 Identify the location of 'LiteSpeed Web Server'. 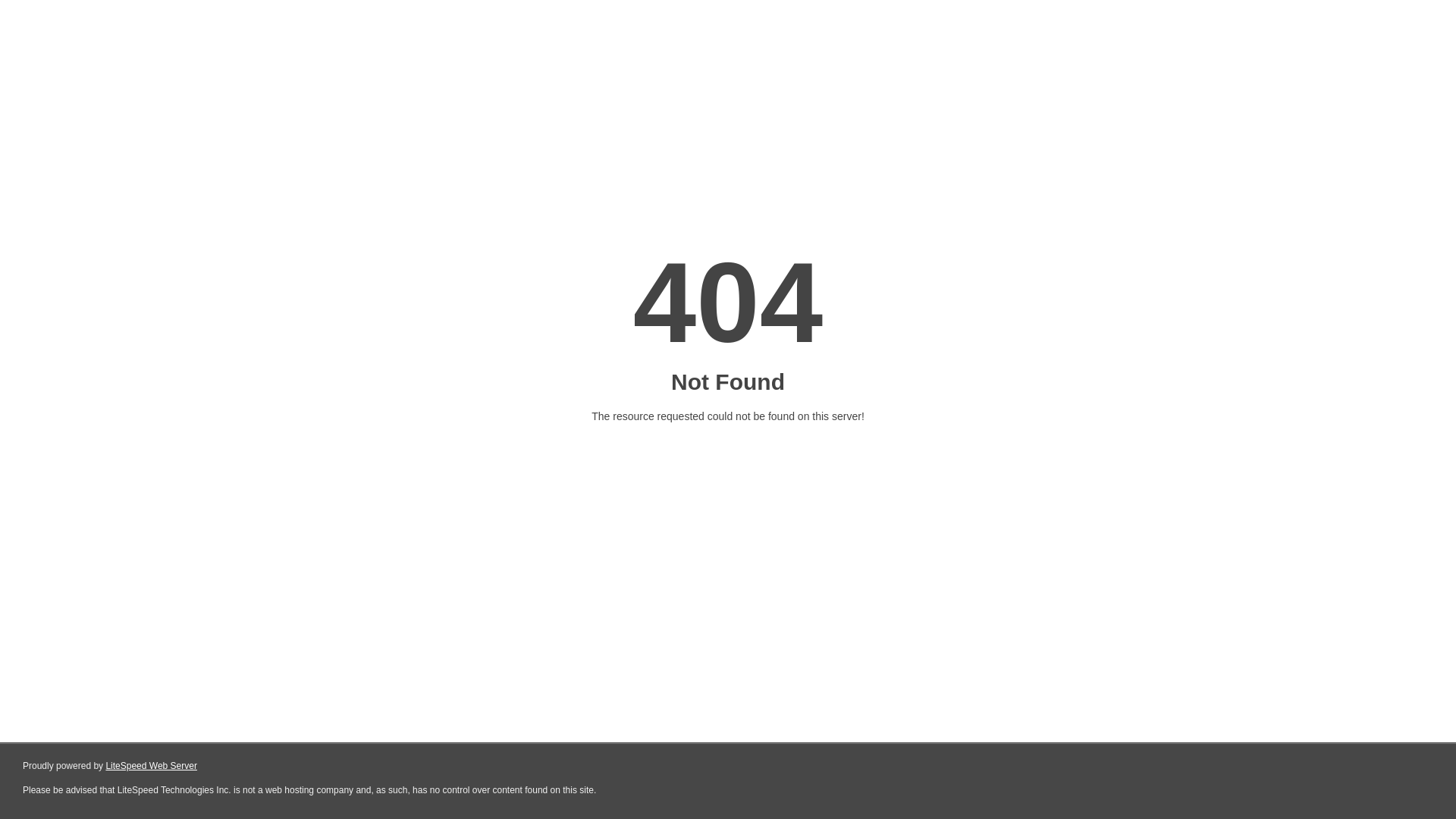
(151, 766).